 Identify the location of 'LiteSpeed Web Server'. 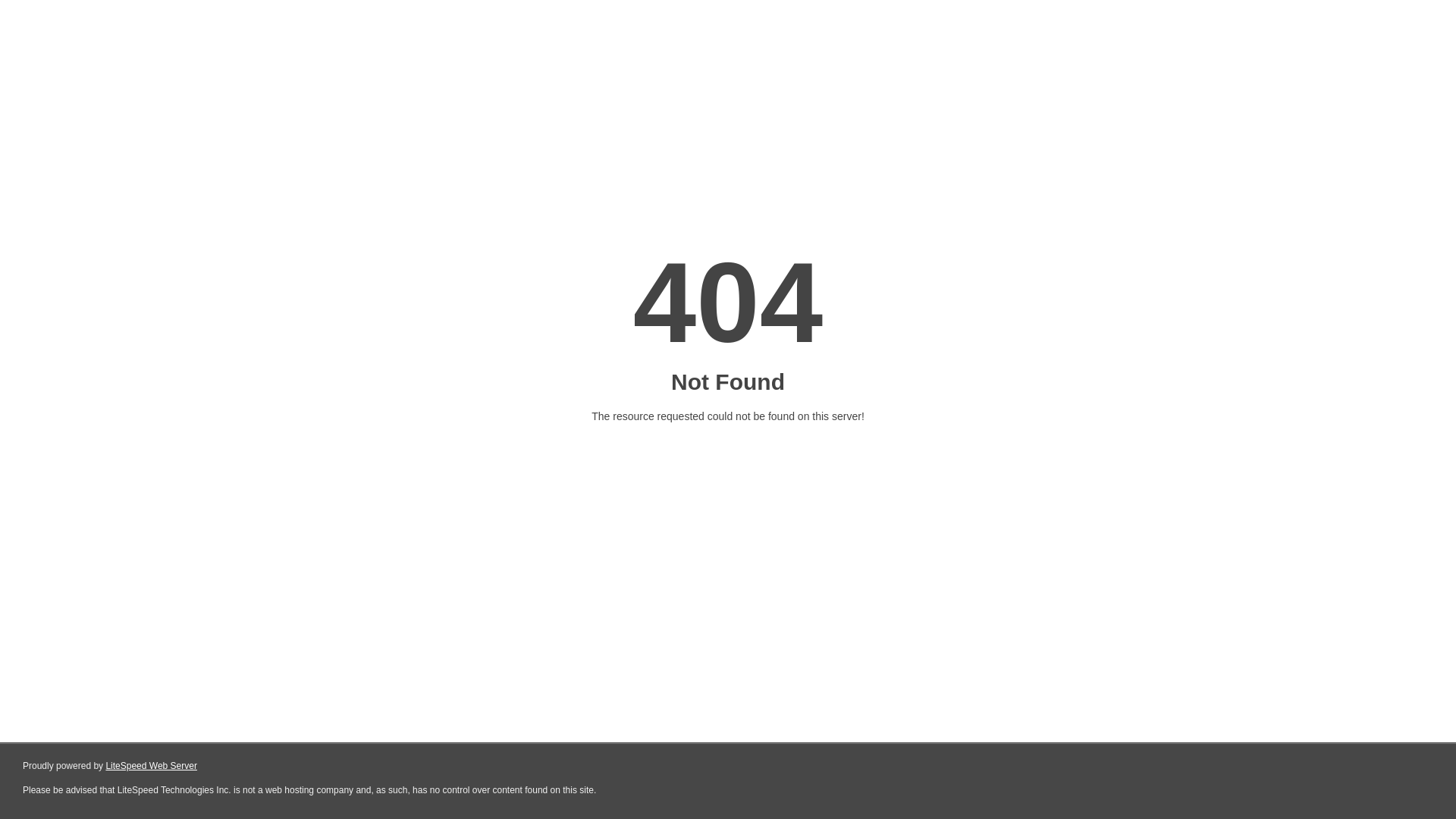
(151, 766).